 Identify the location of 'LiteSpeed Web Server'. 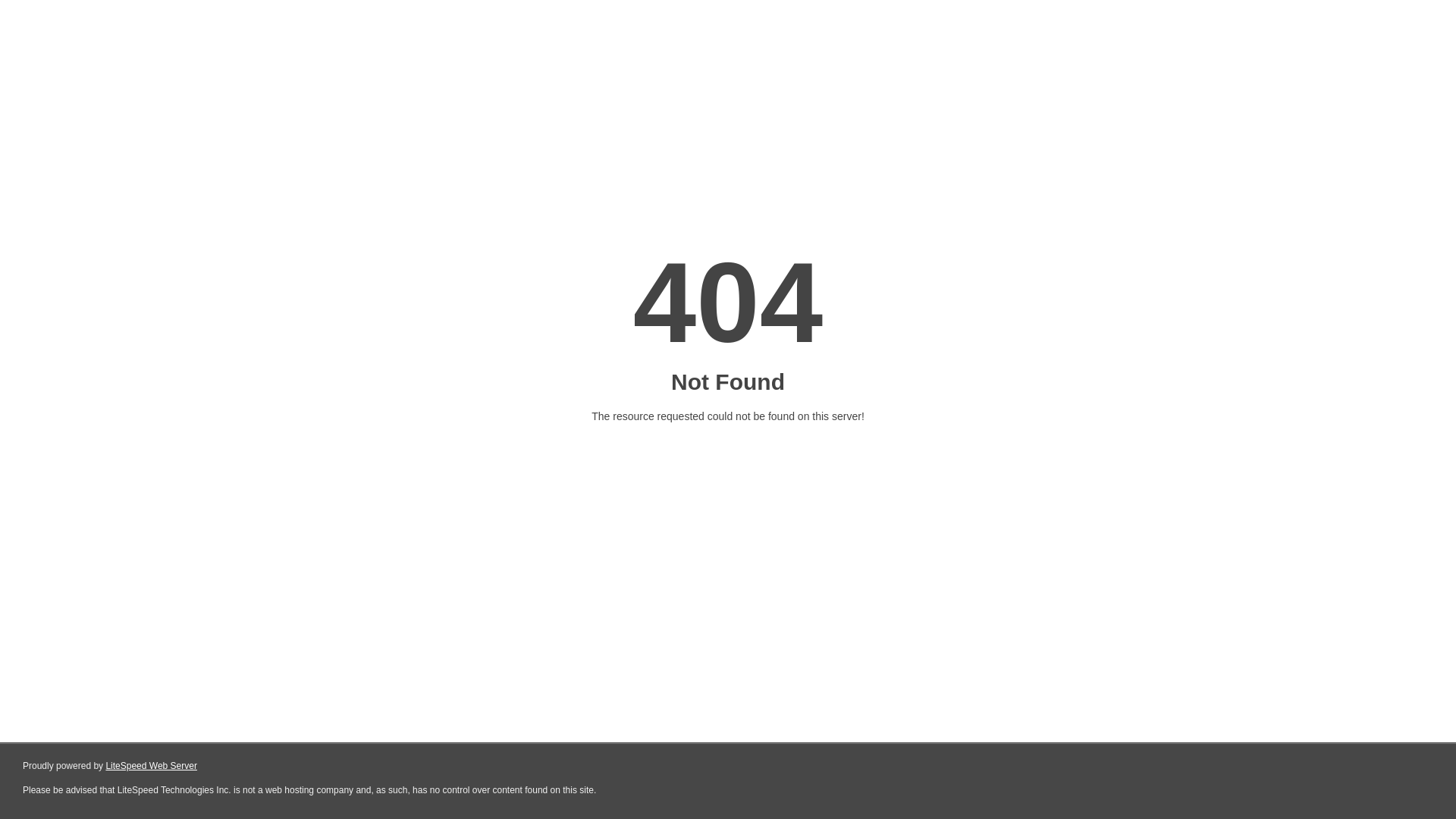
(151, 766).